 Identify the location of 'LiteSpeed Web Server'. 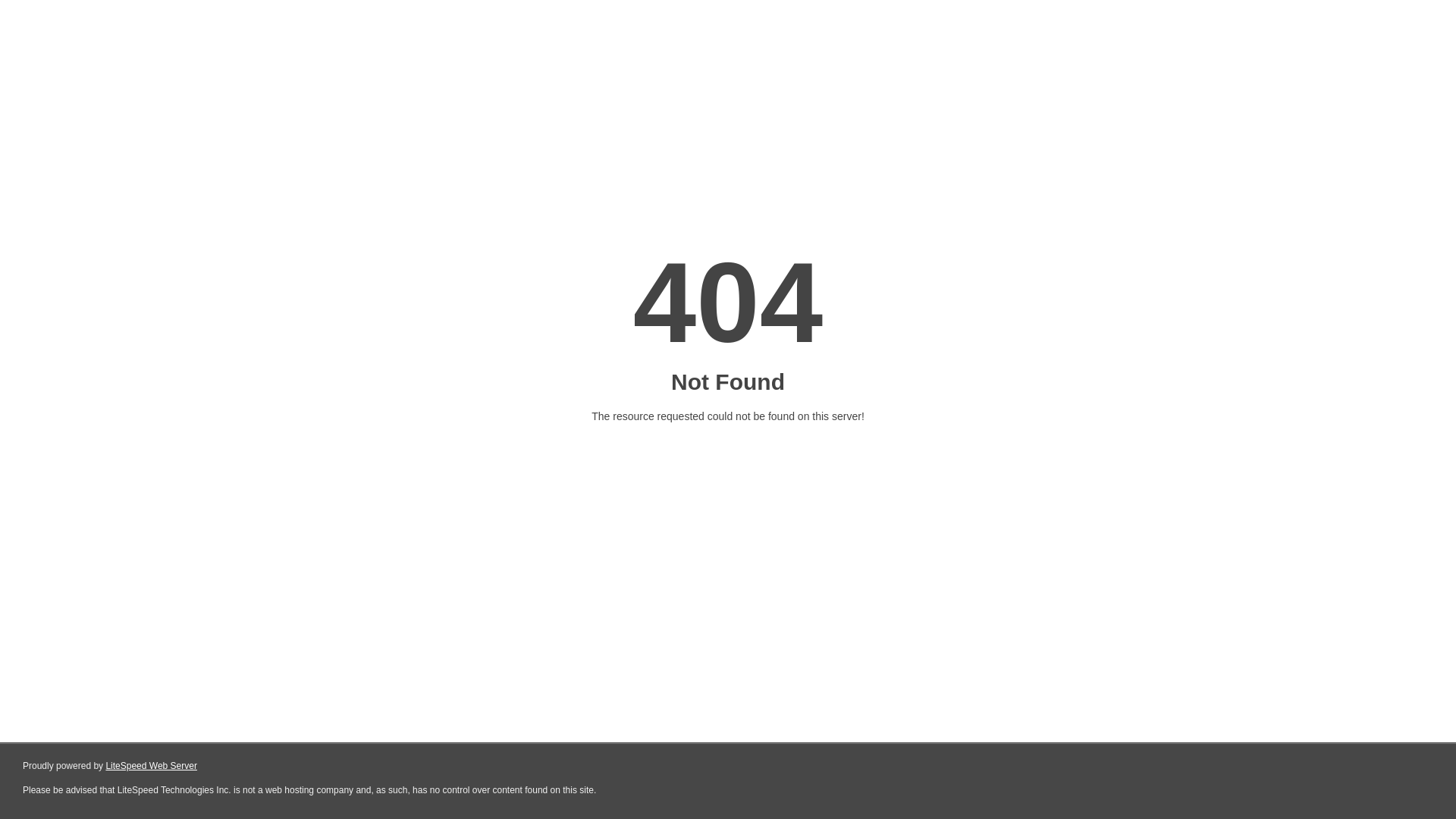
(151, 766).